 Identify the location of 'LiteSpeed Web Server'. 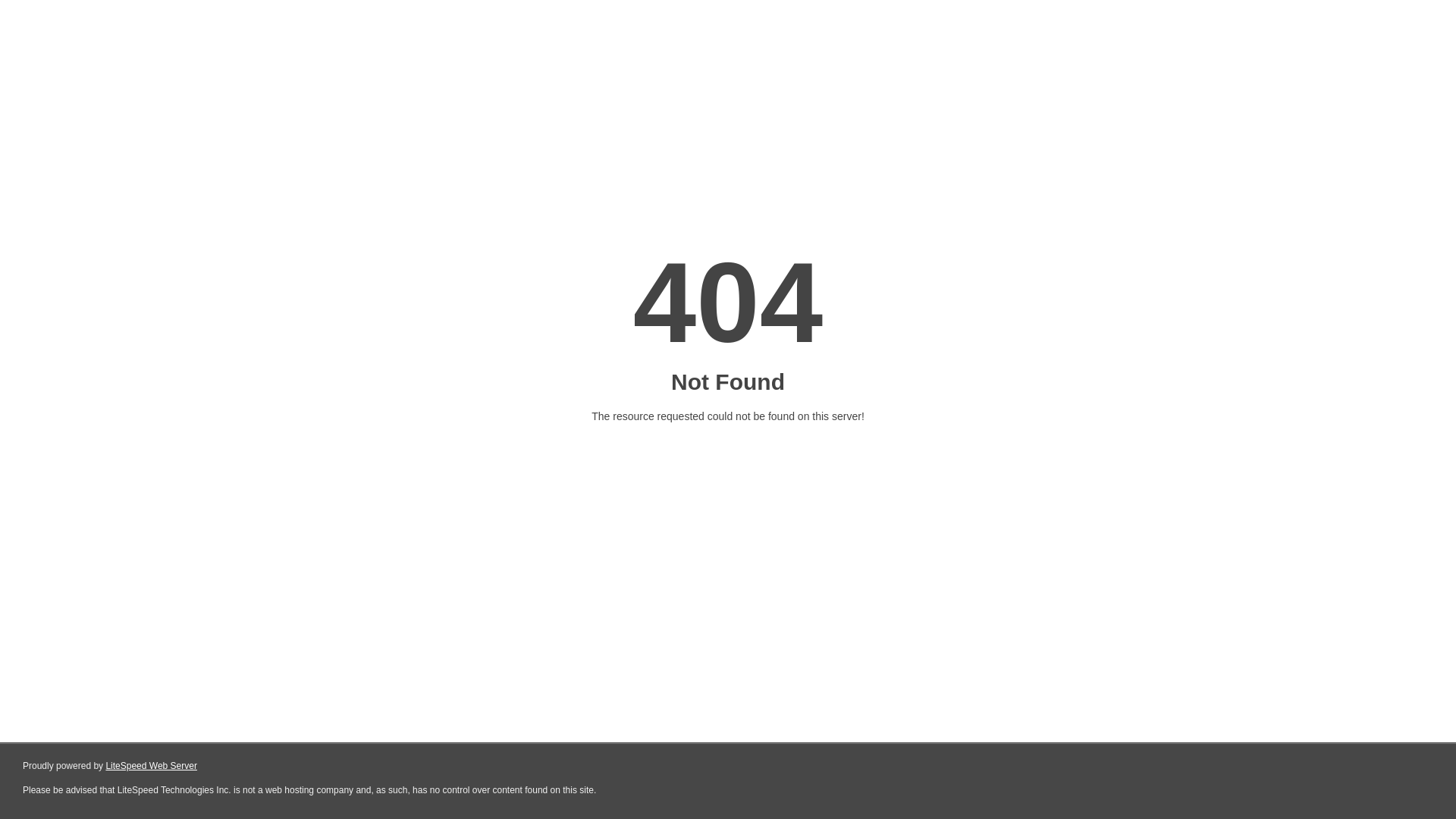
(151, 766).